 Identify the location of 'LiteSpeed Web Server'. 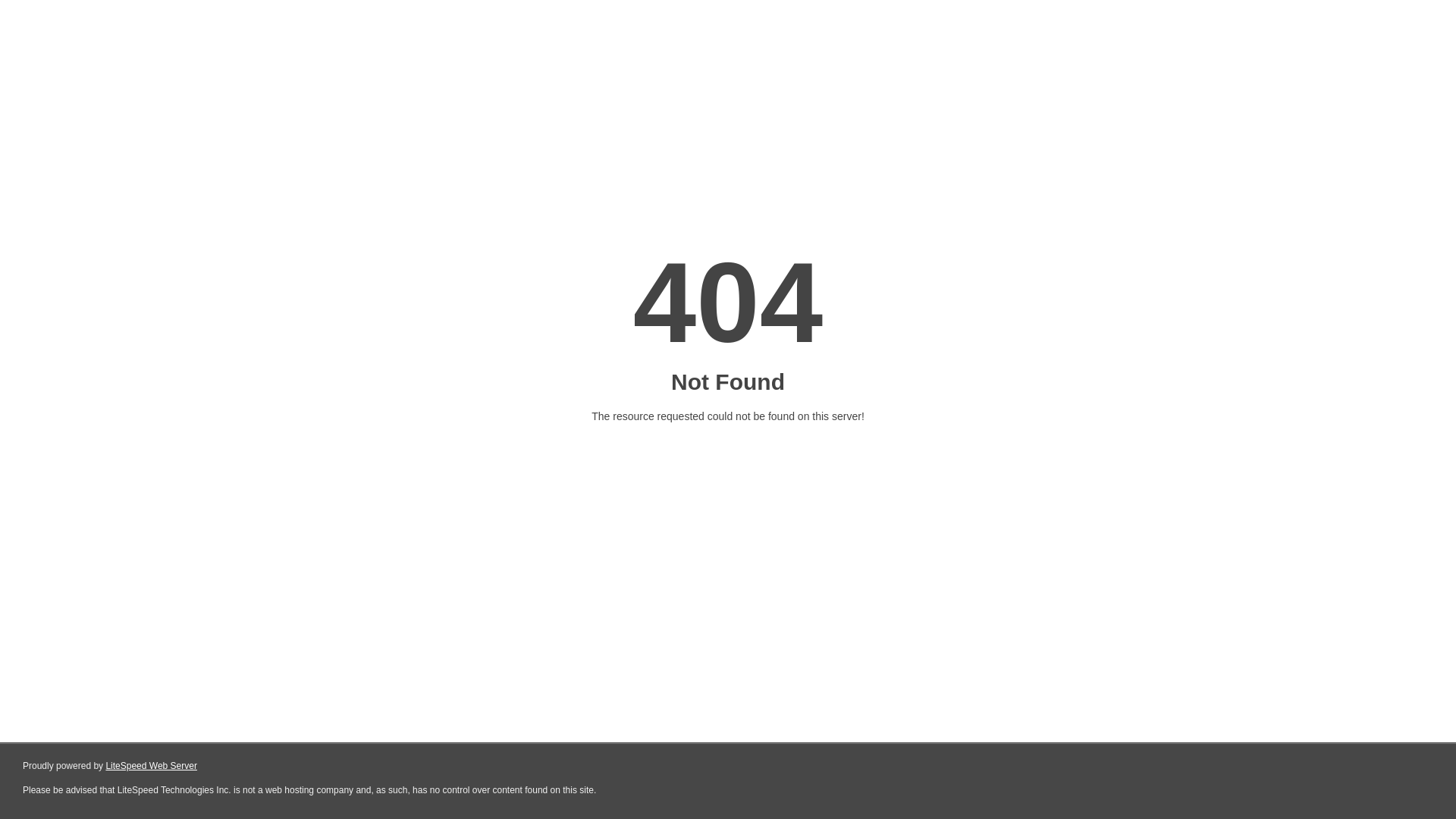
(151, 766).